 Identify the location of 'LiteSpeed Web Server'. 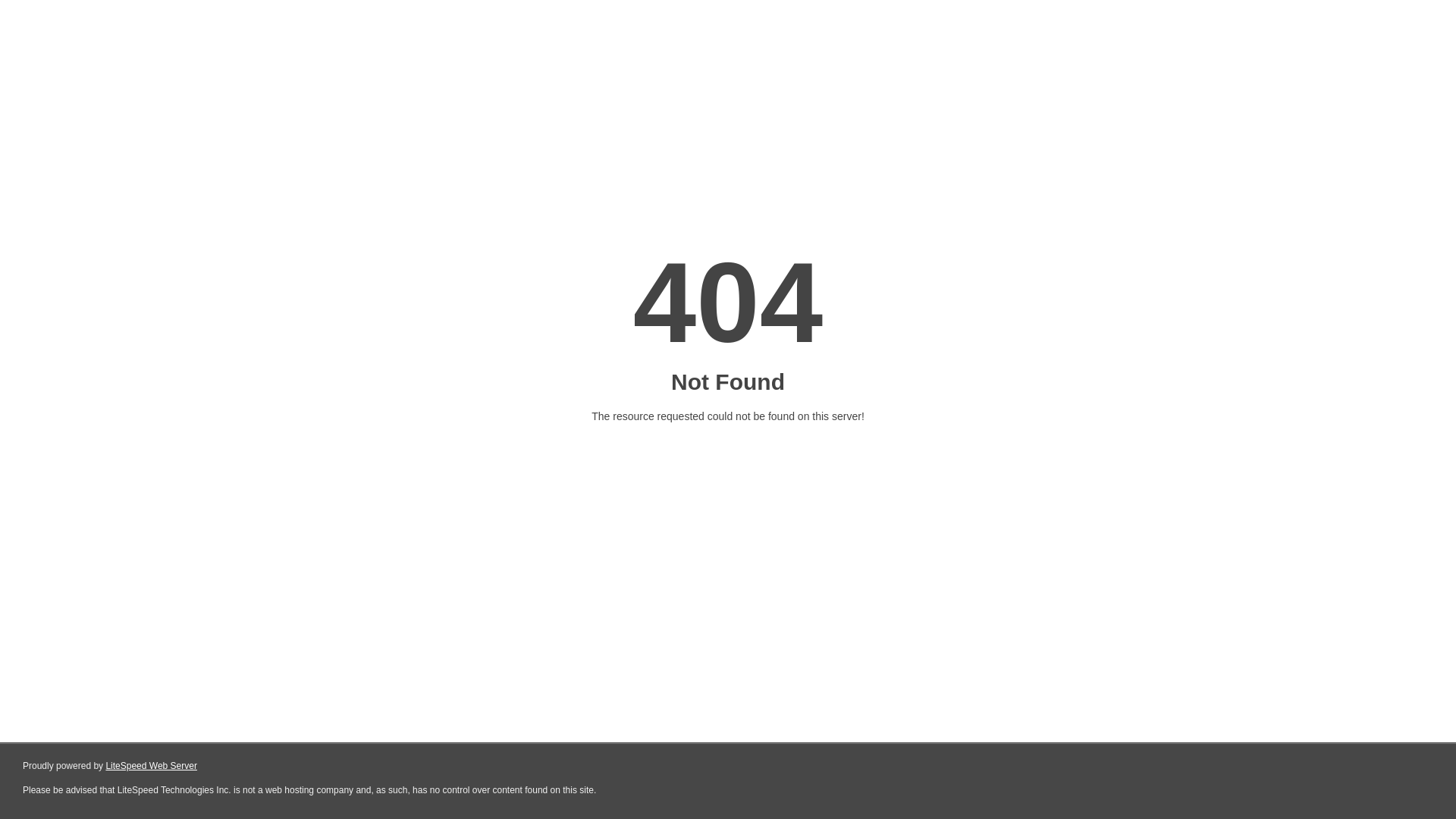
(151, 766).